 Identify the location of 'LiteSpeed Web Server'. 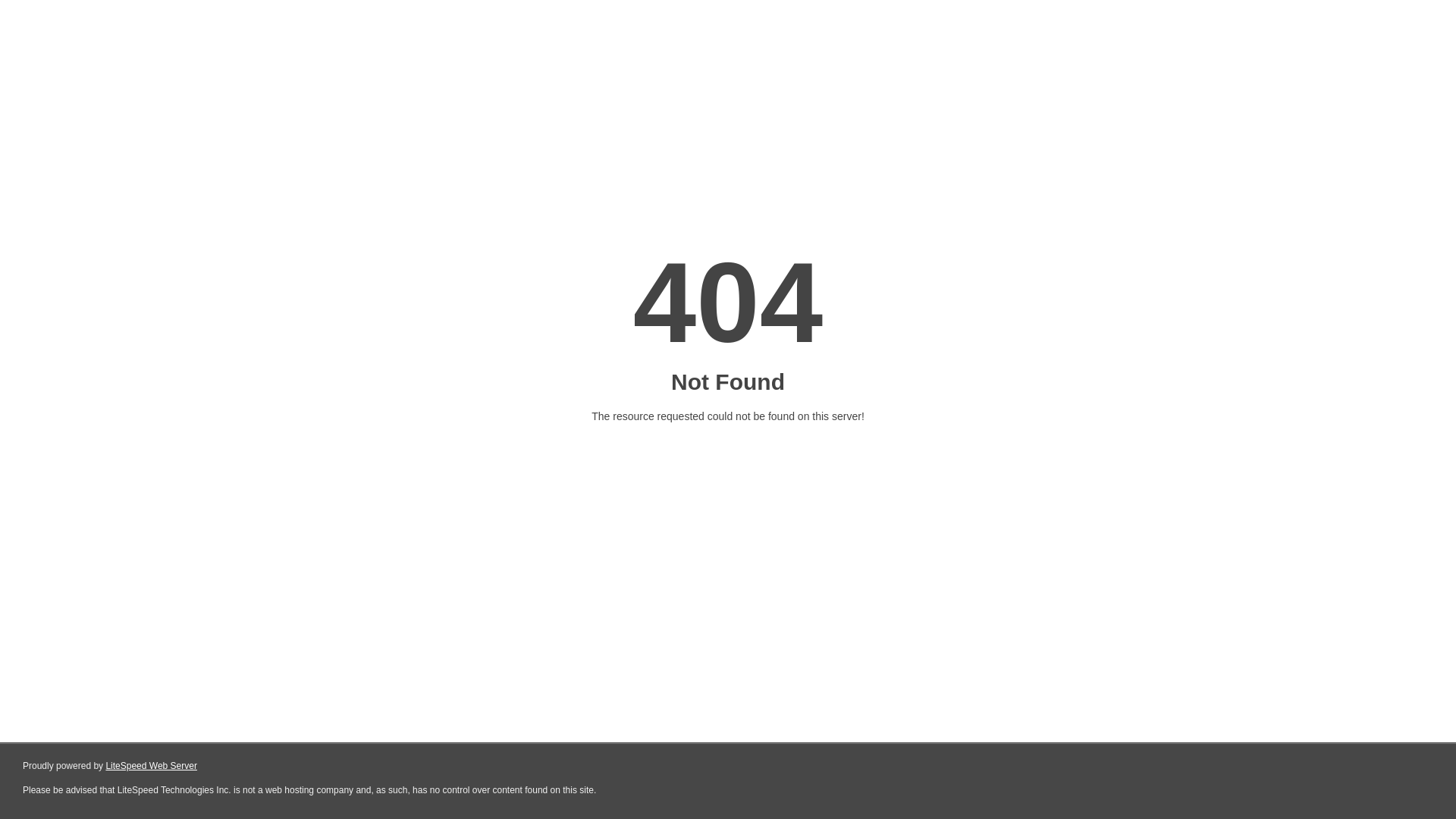
(151, 766).